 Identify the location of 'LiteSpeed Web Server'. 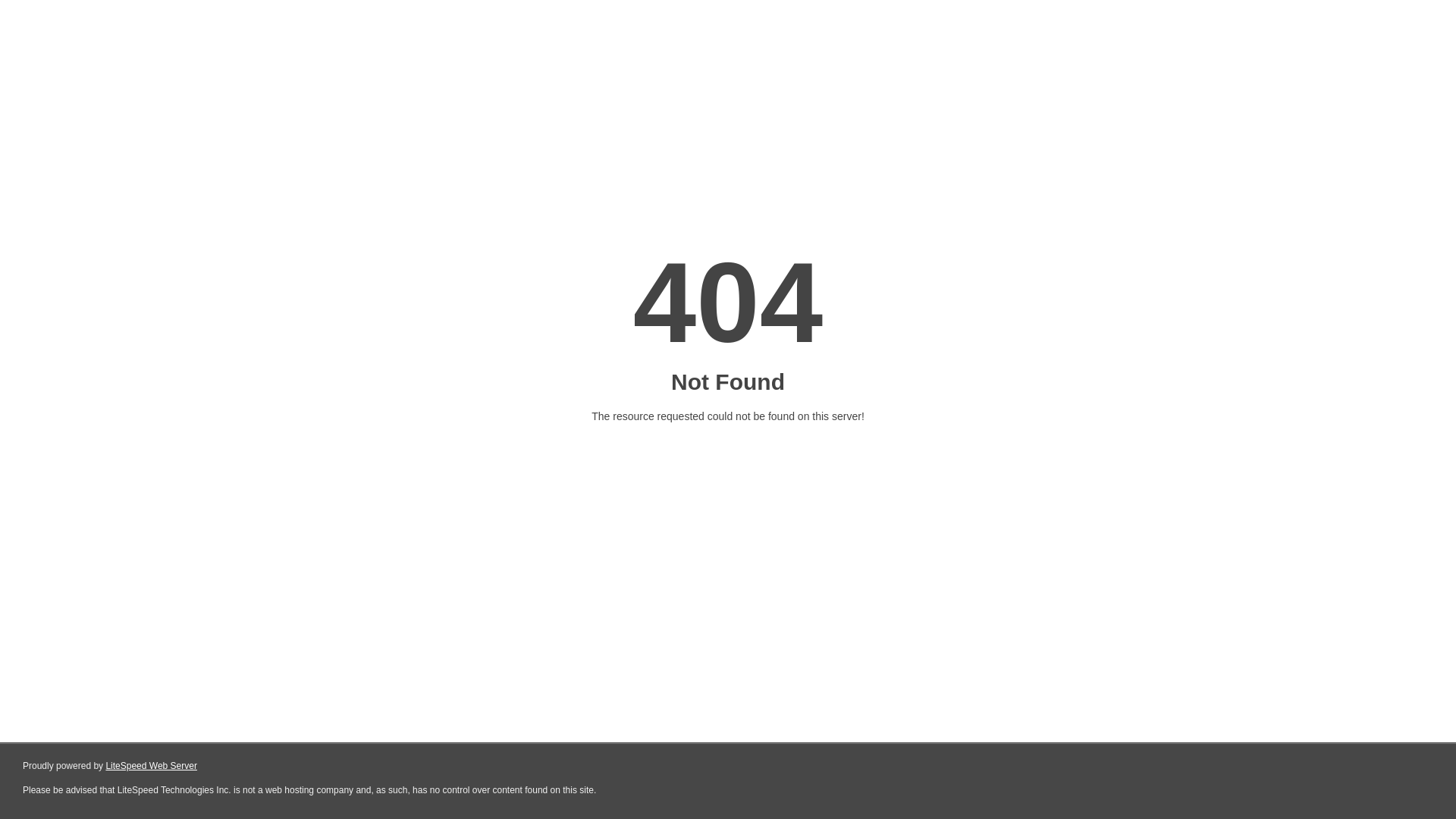
(151, 766).